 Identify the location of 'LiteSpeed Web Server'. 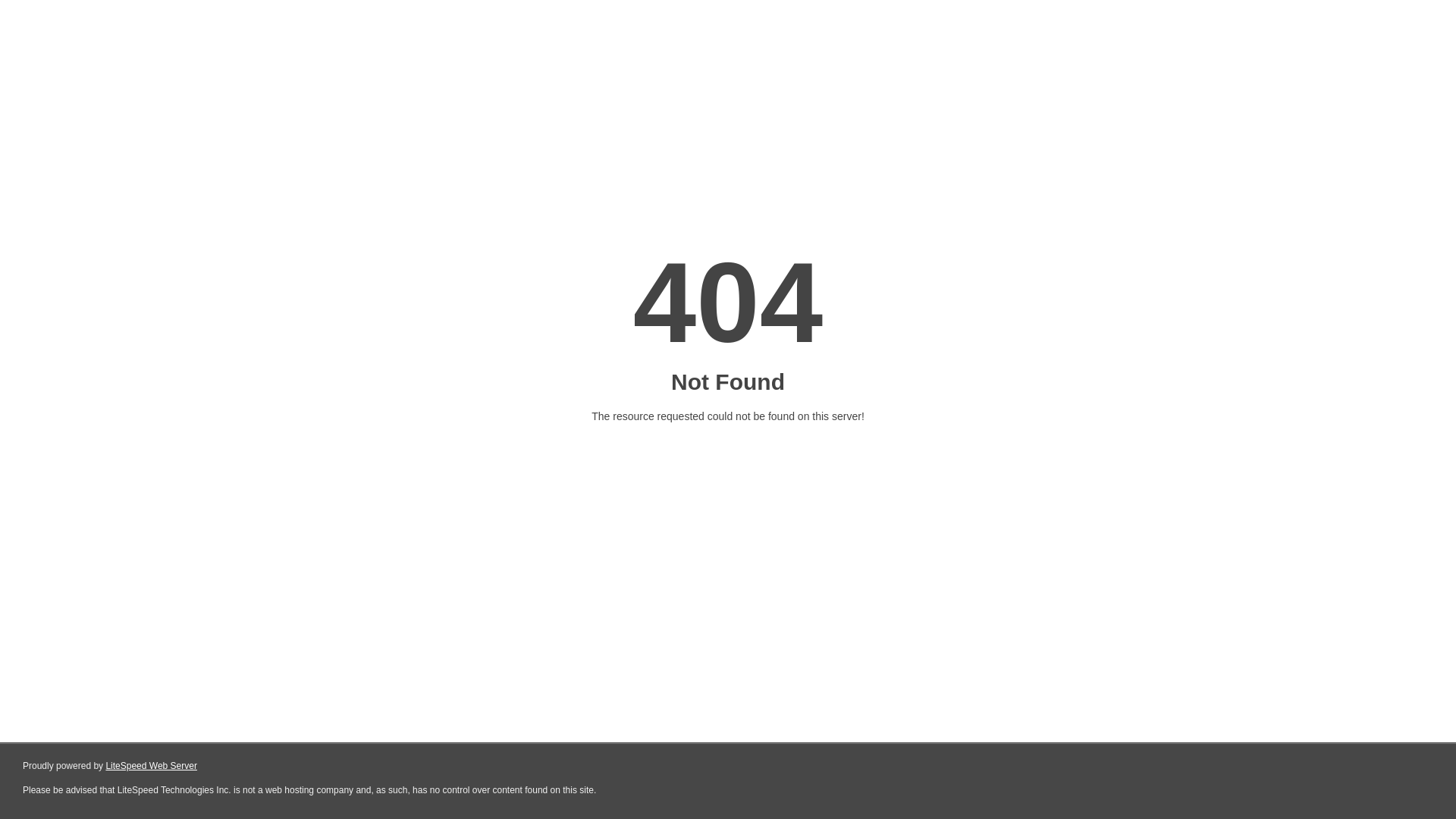
(151, 766).